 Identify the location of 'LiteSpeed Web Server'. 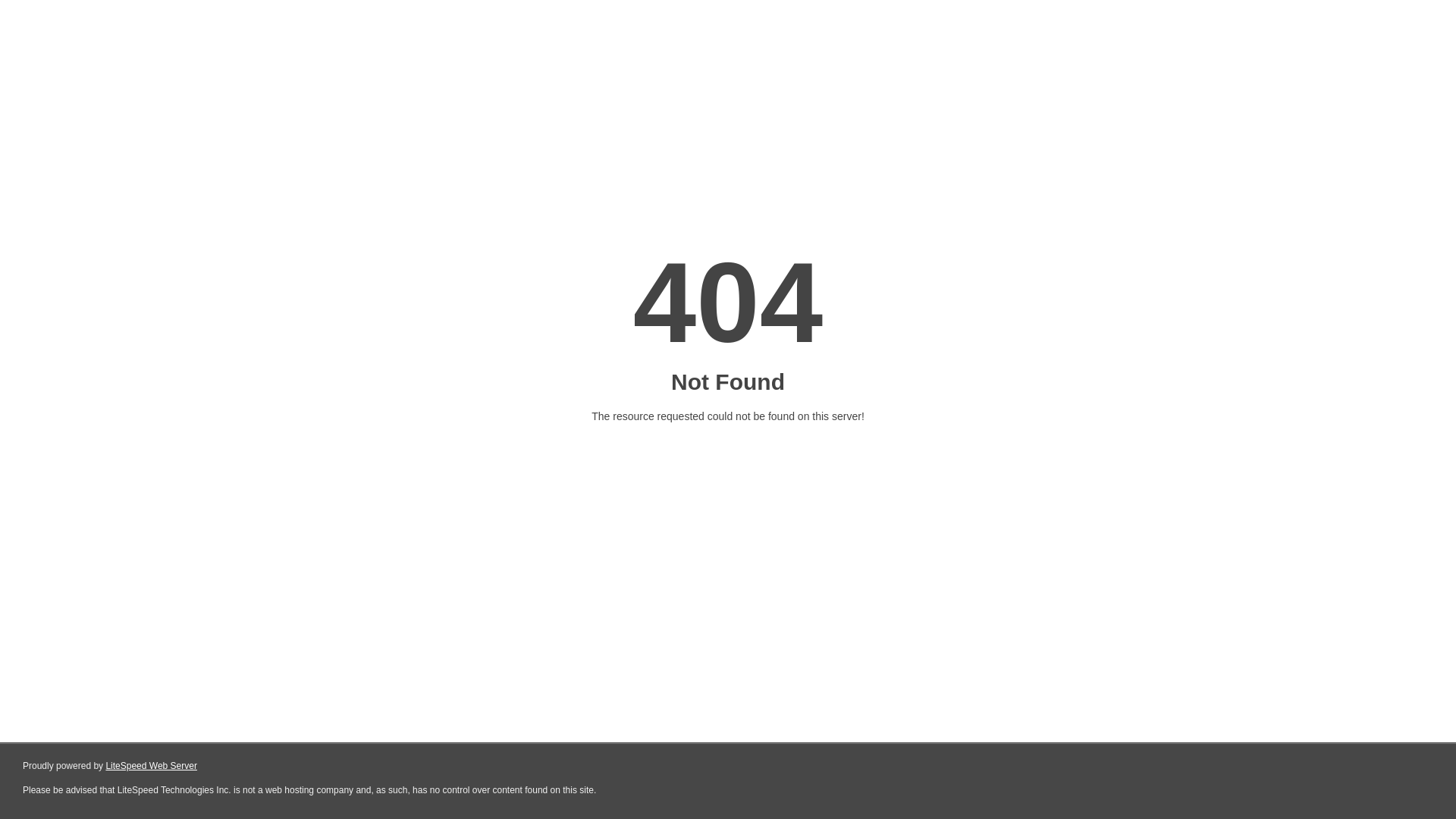
(151, 766).